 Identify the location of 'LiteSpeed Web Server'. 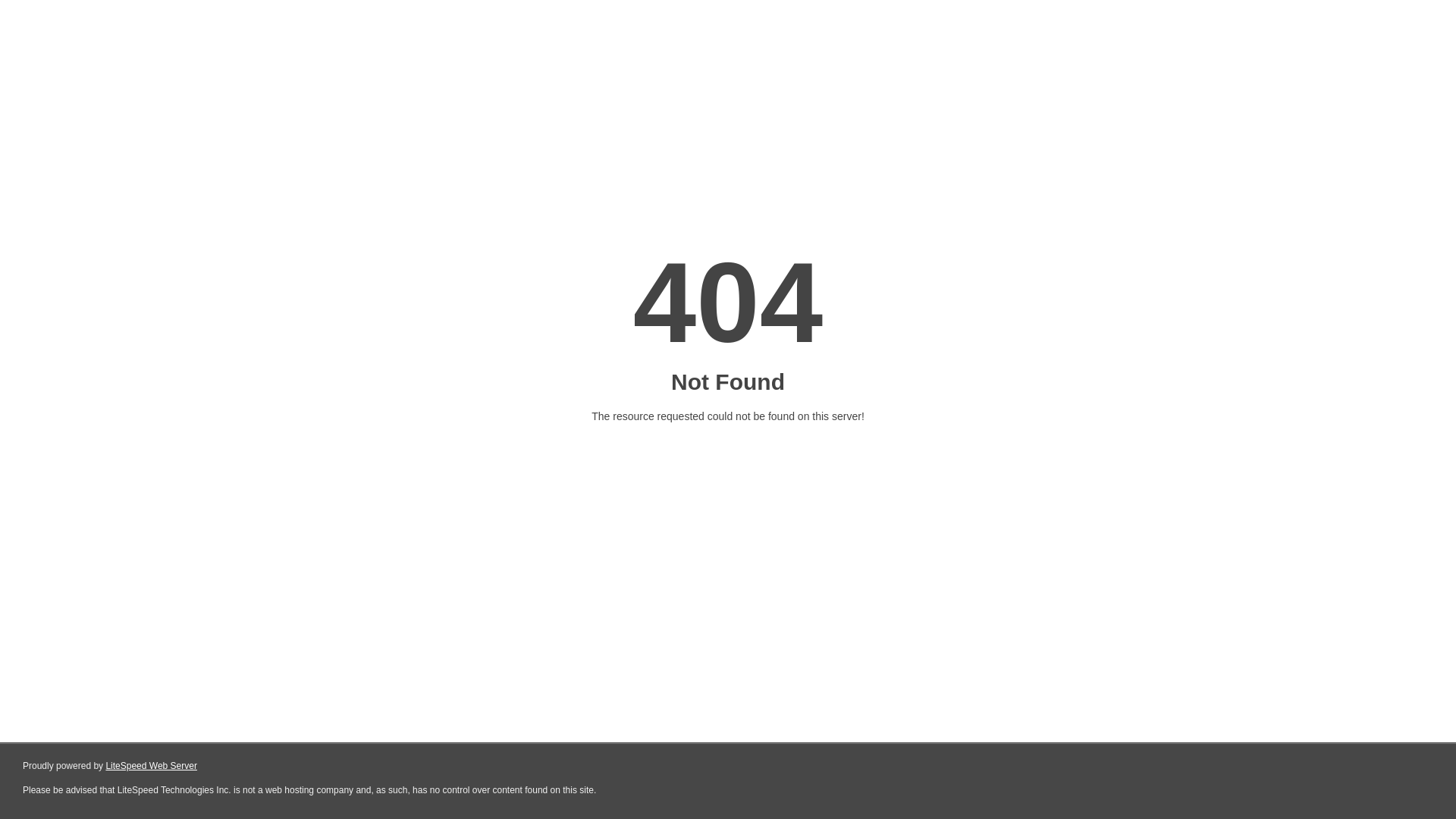
(151, 766).